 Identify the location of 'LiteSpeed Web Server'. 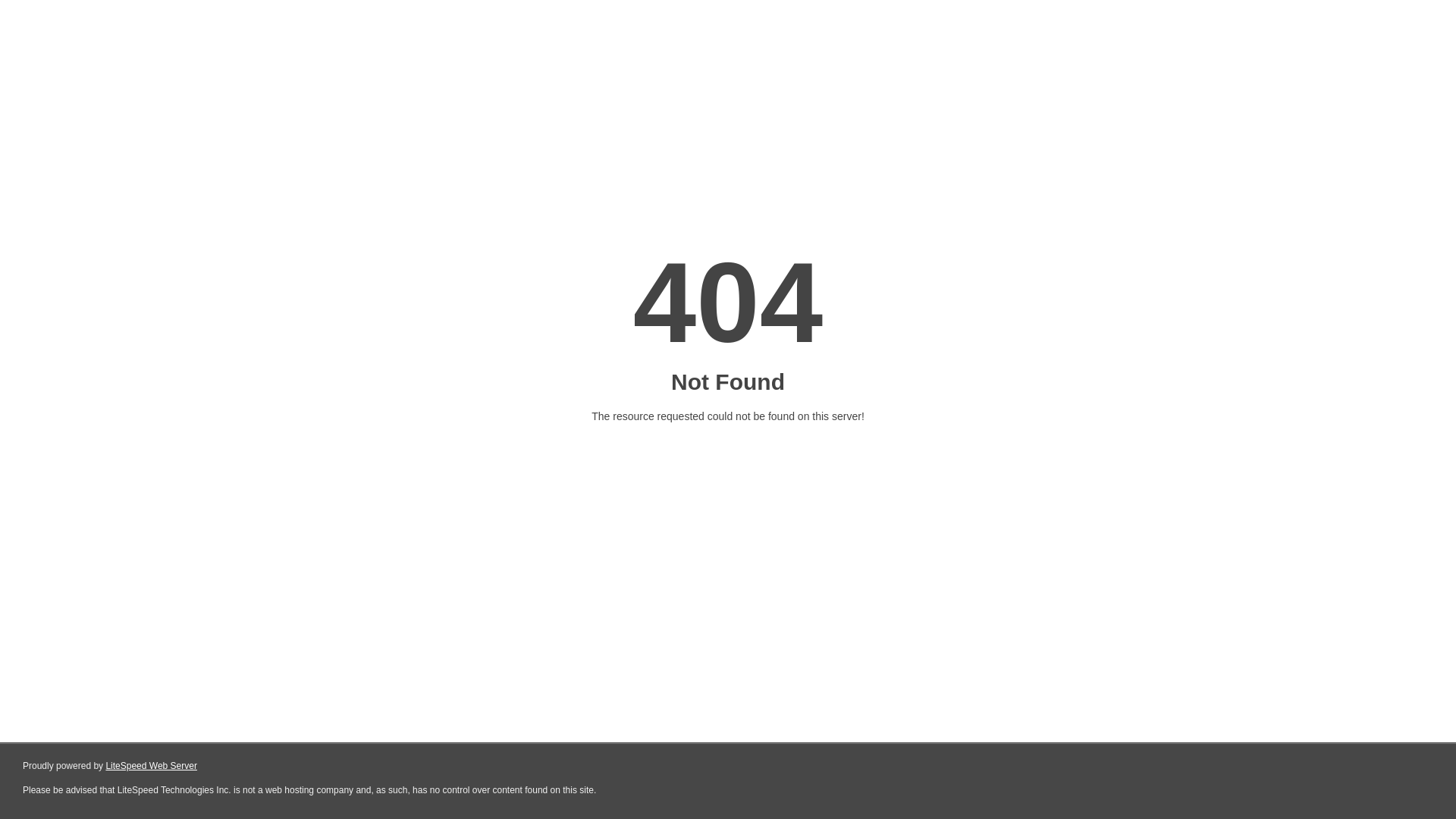
(151, 766).